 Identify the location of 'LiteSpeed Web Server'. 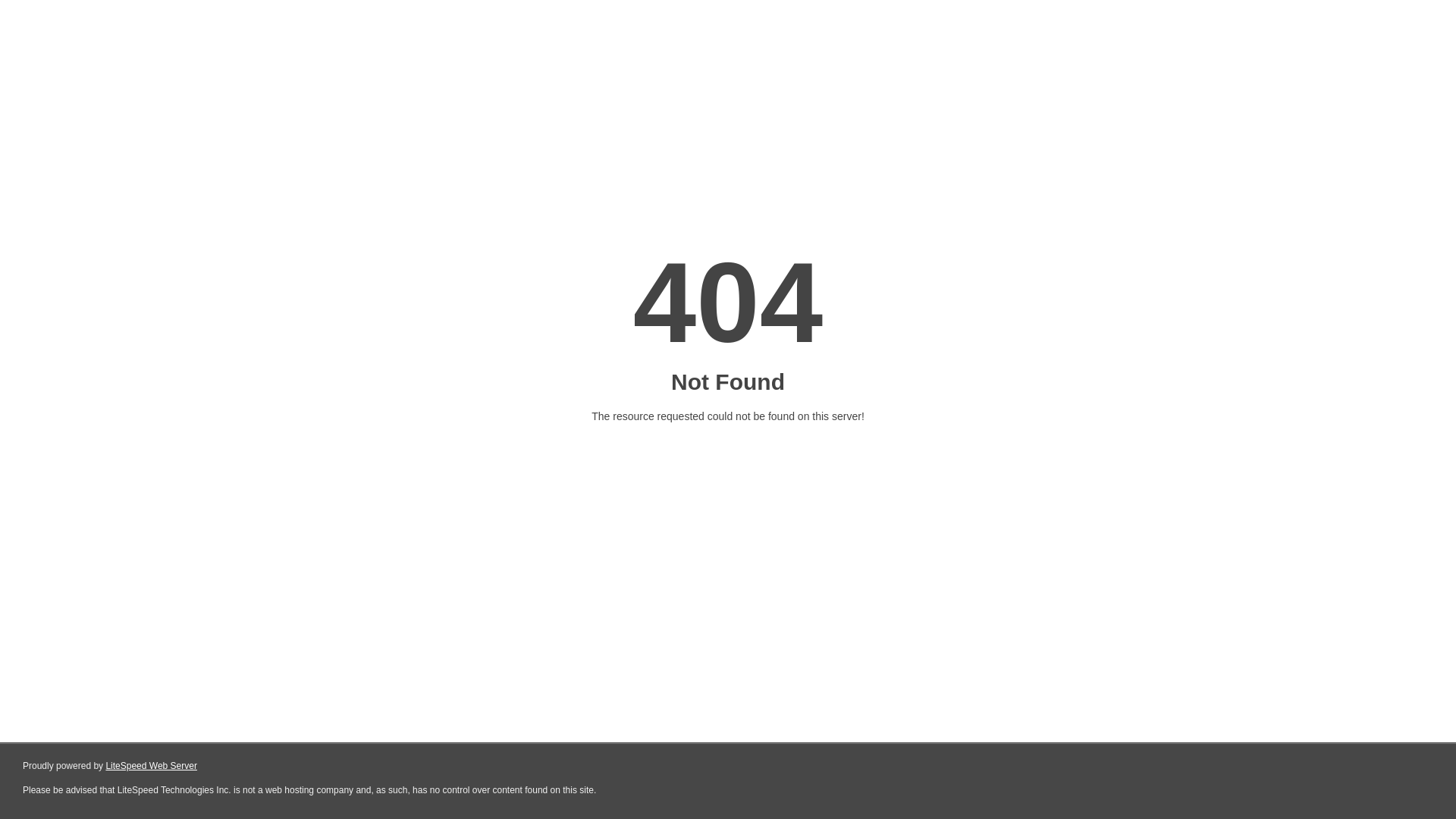
(151, 766).